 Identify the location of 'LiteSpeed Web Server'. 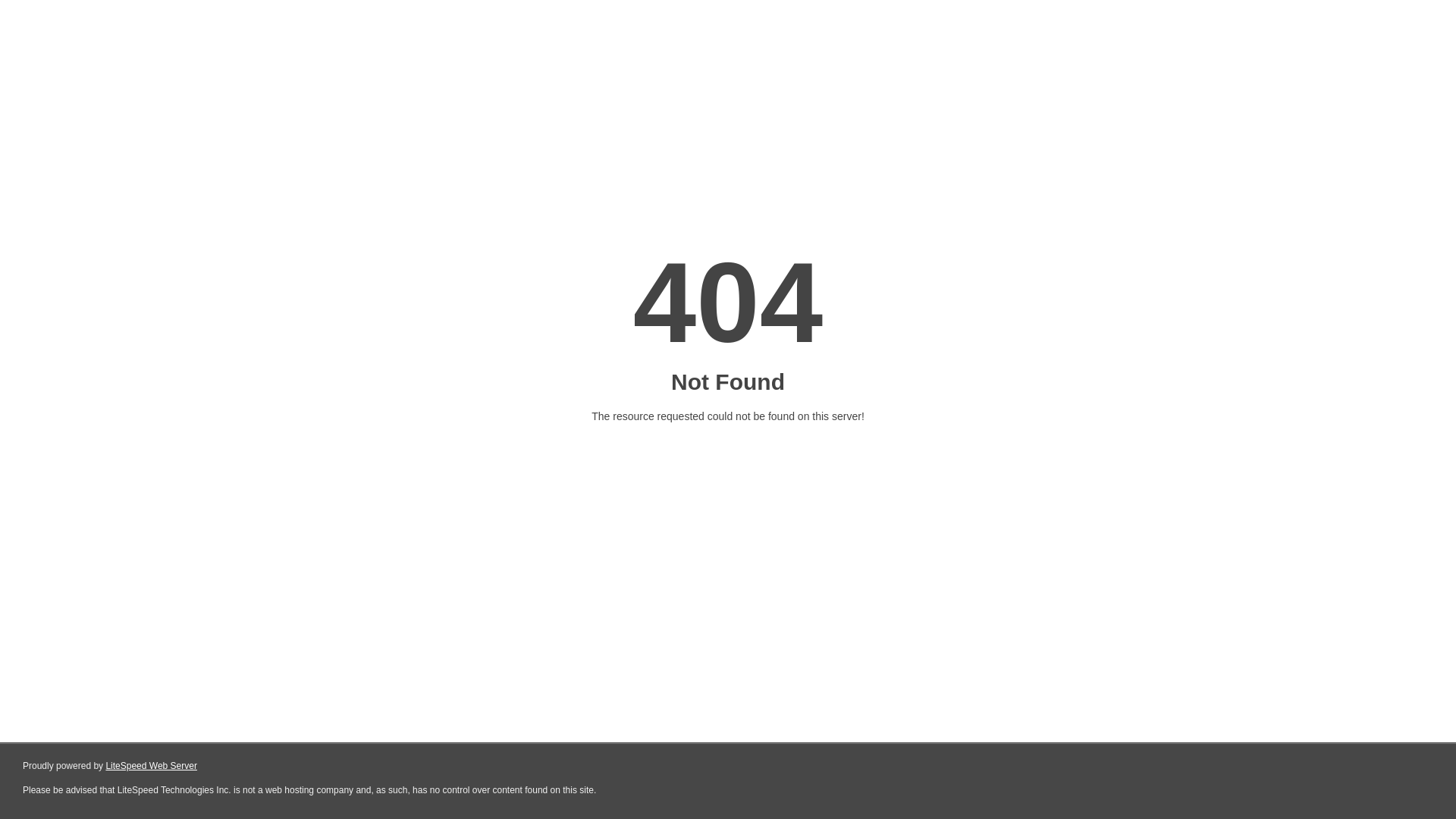
(151, 766).